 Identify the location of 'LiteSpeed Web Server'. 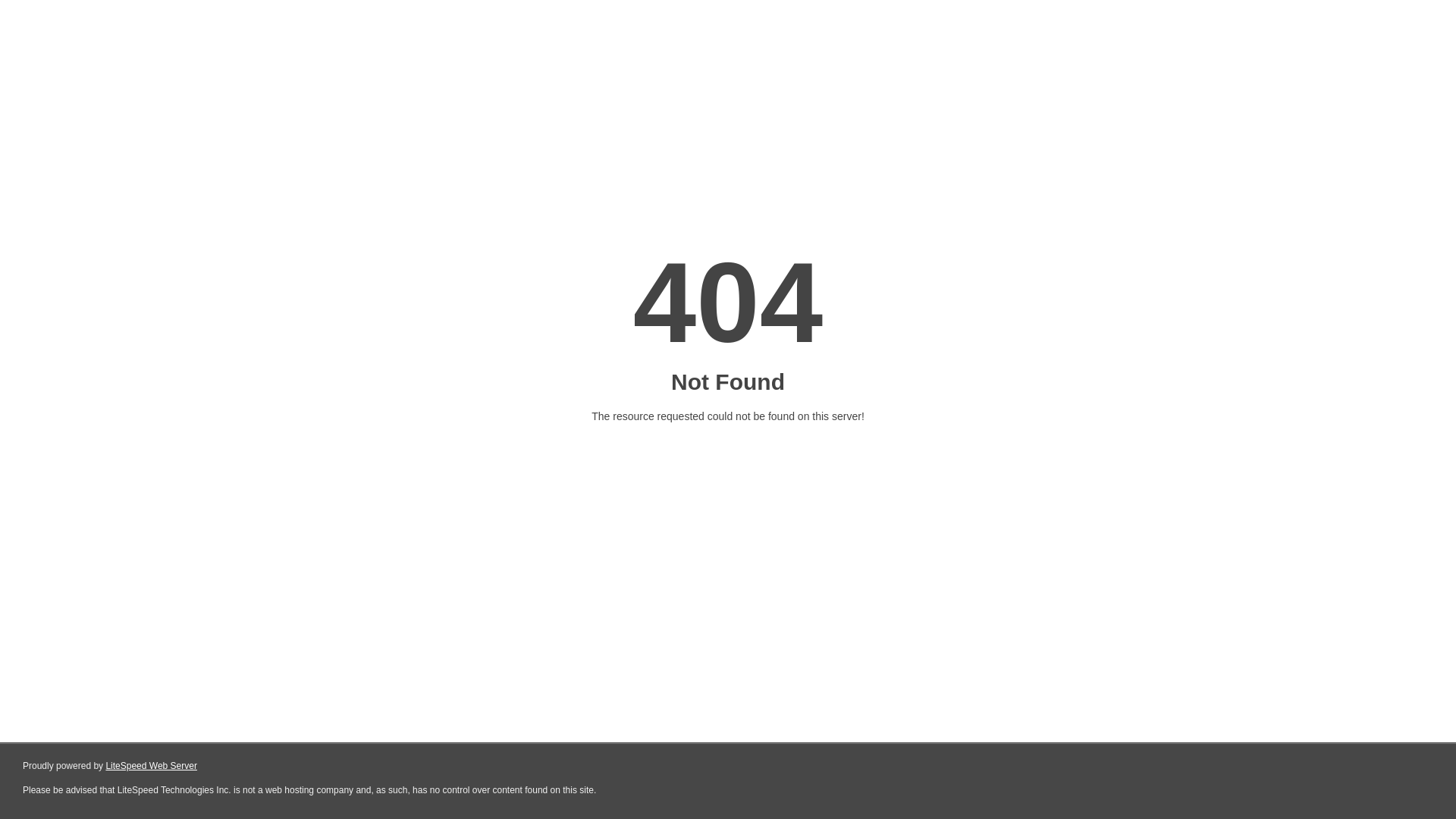
(151, 766).